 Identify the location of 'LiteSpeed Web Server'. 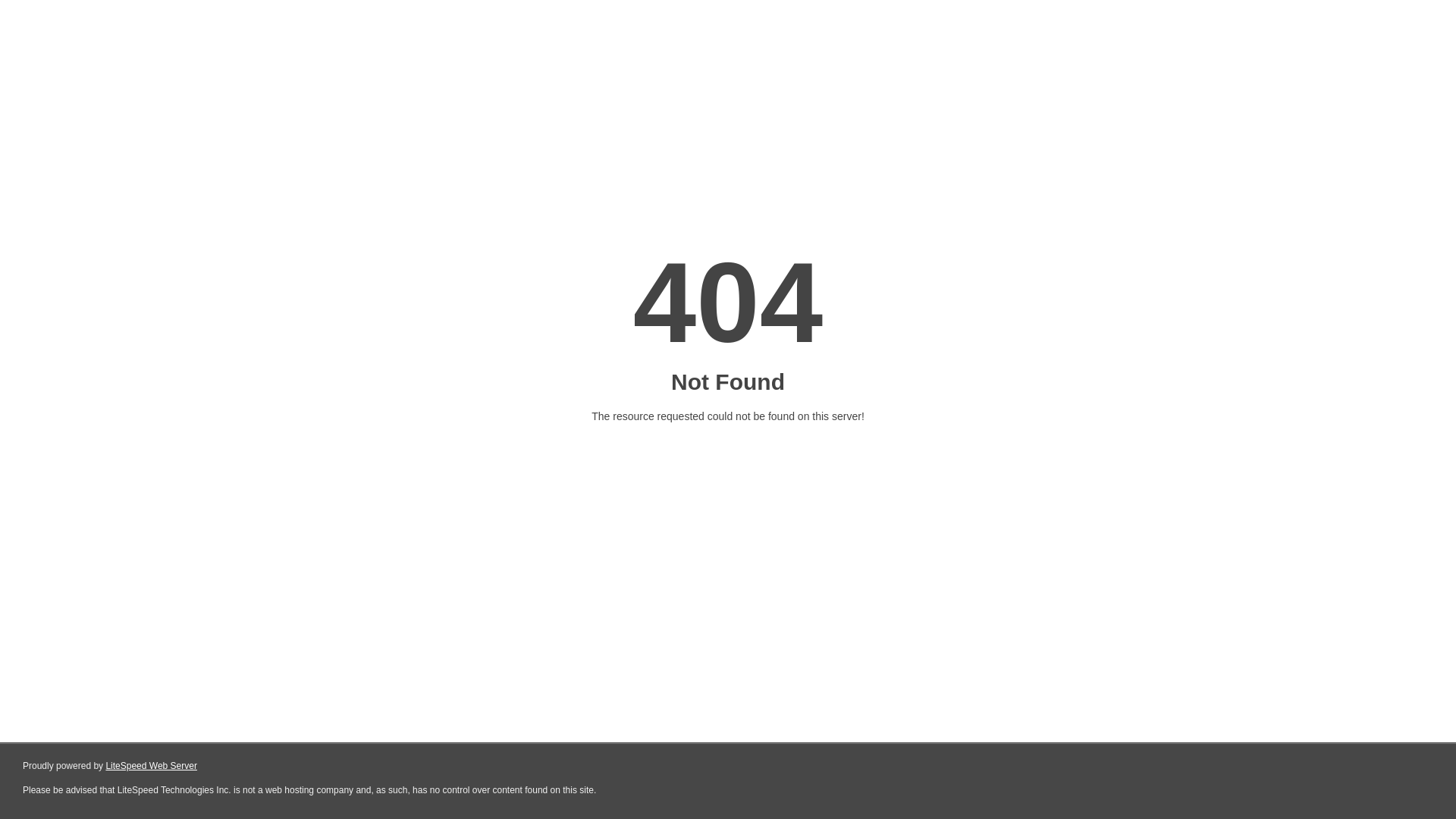
(151, 766).